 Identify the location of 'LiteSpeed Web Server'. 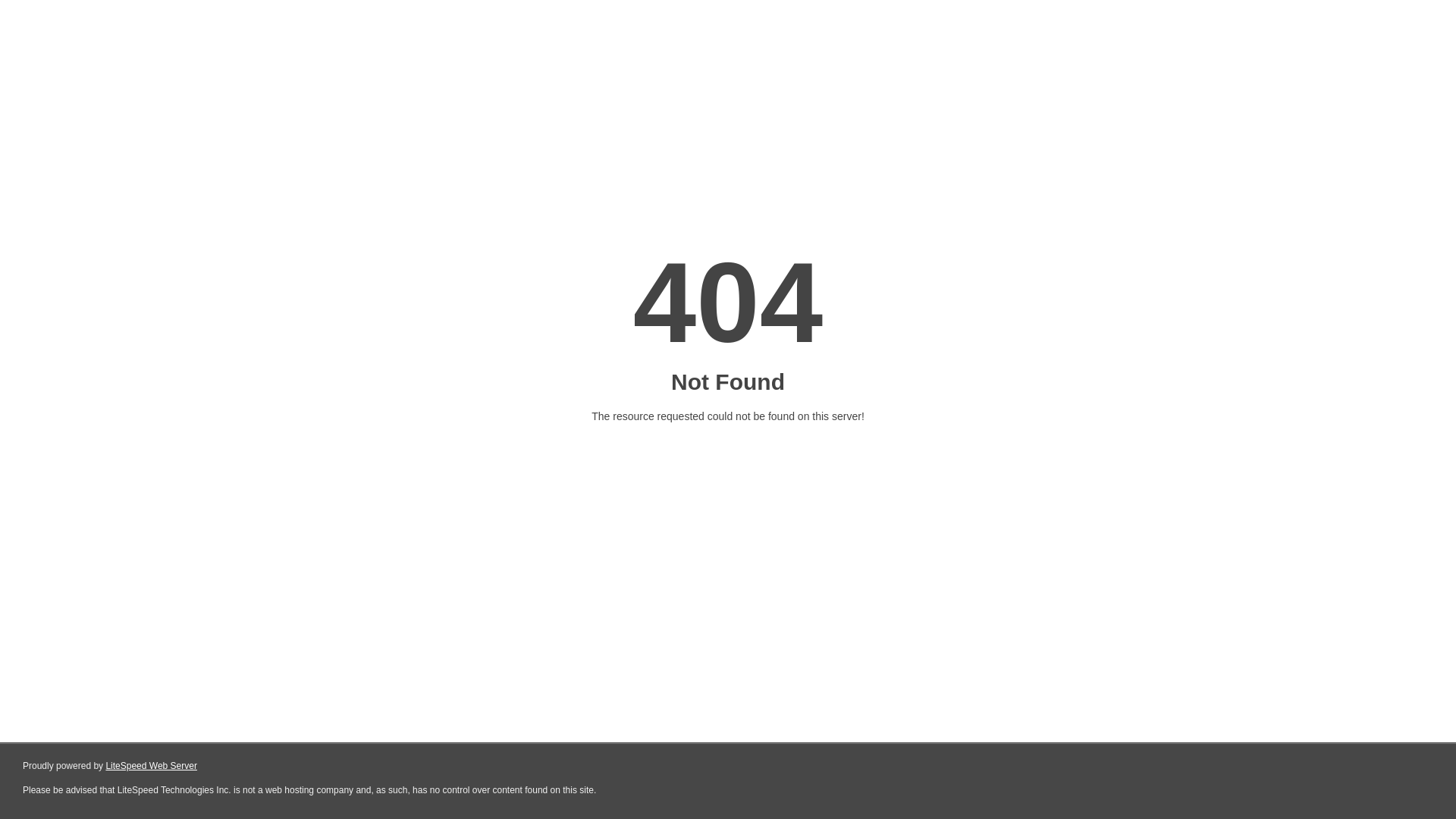
(151, 766).